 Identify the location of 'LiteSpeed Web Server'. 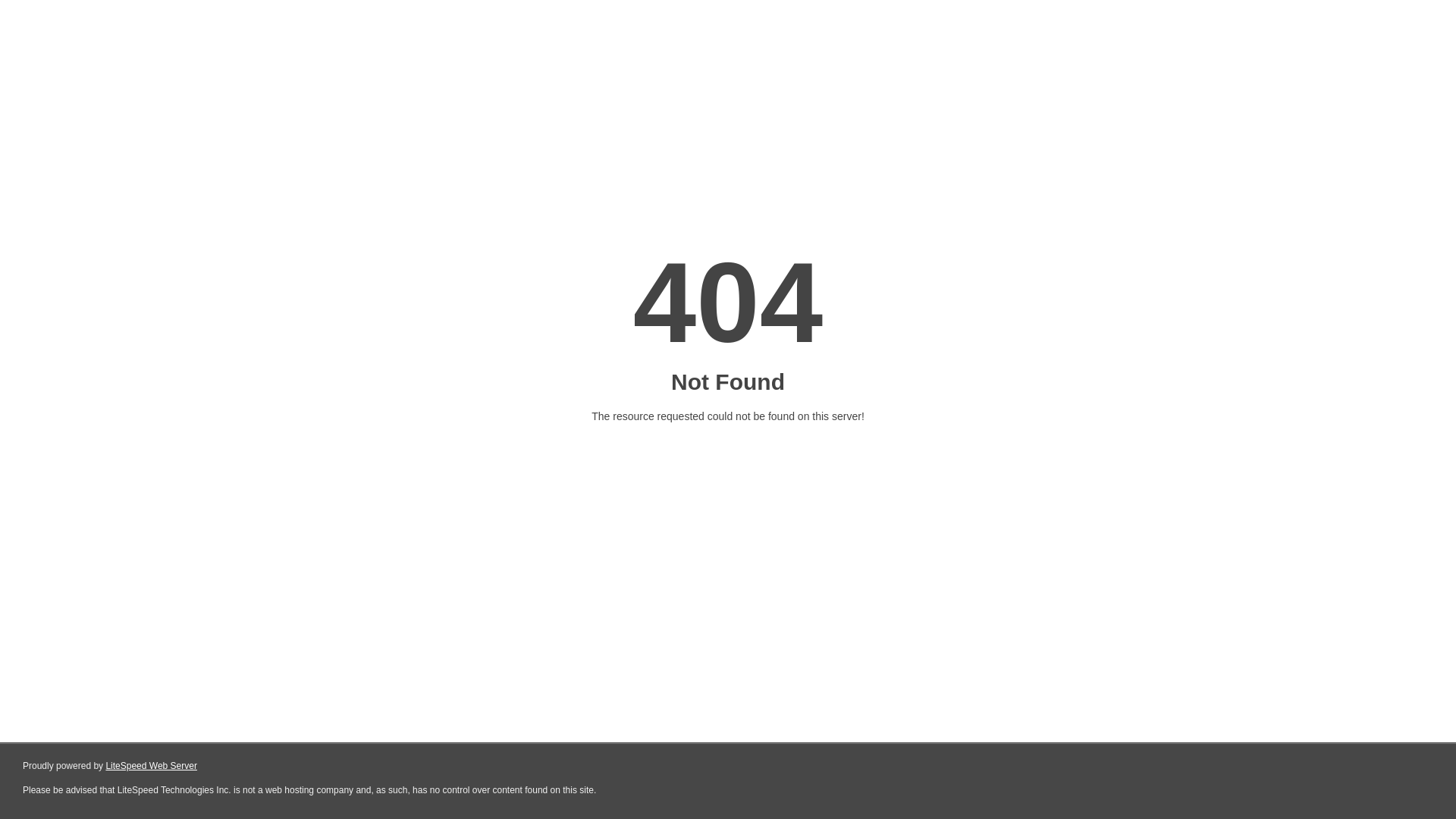
(151, 766).